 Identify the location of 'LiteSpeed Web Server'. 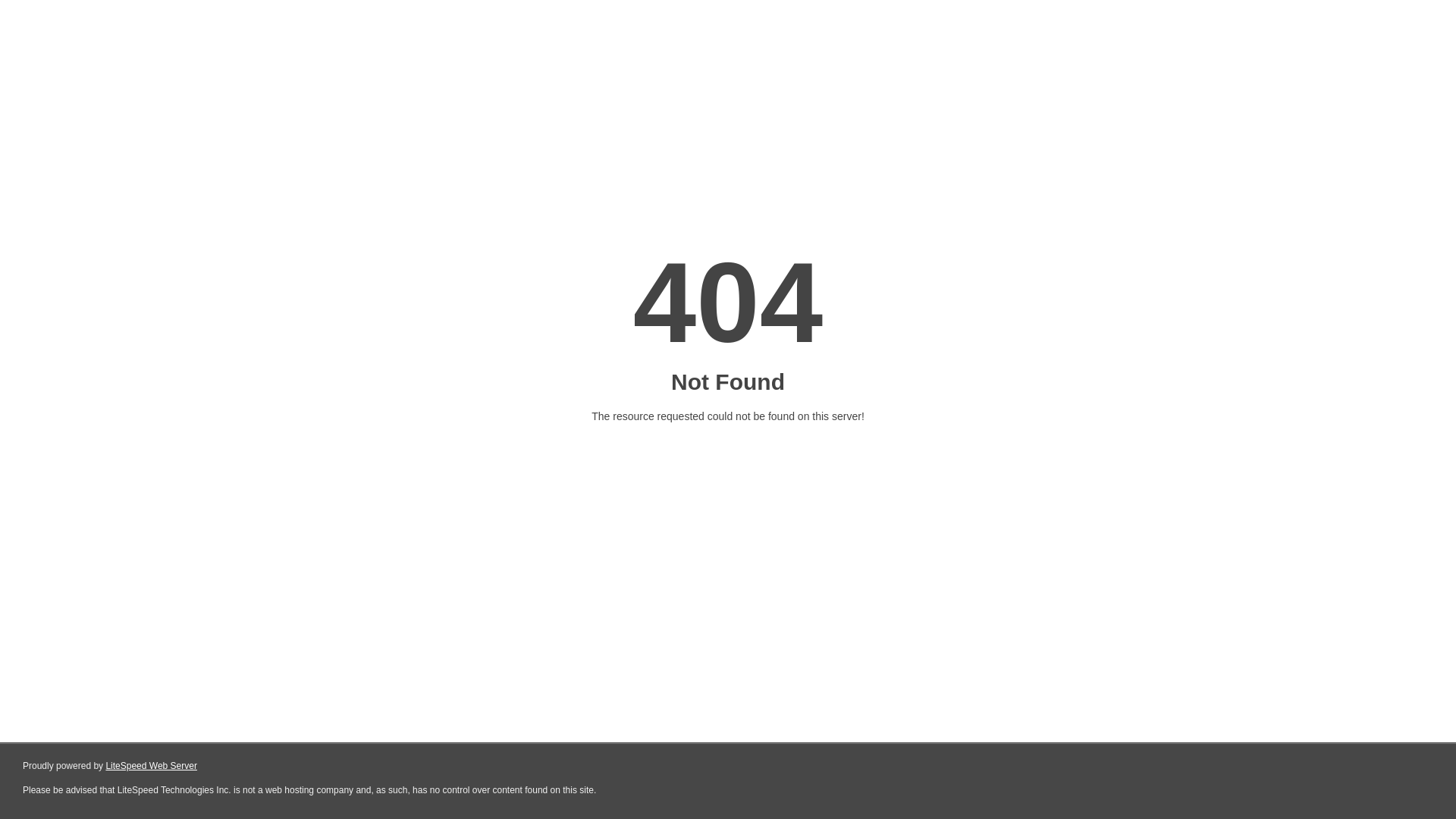
(151, 766).